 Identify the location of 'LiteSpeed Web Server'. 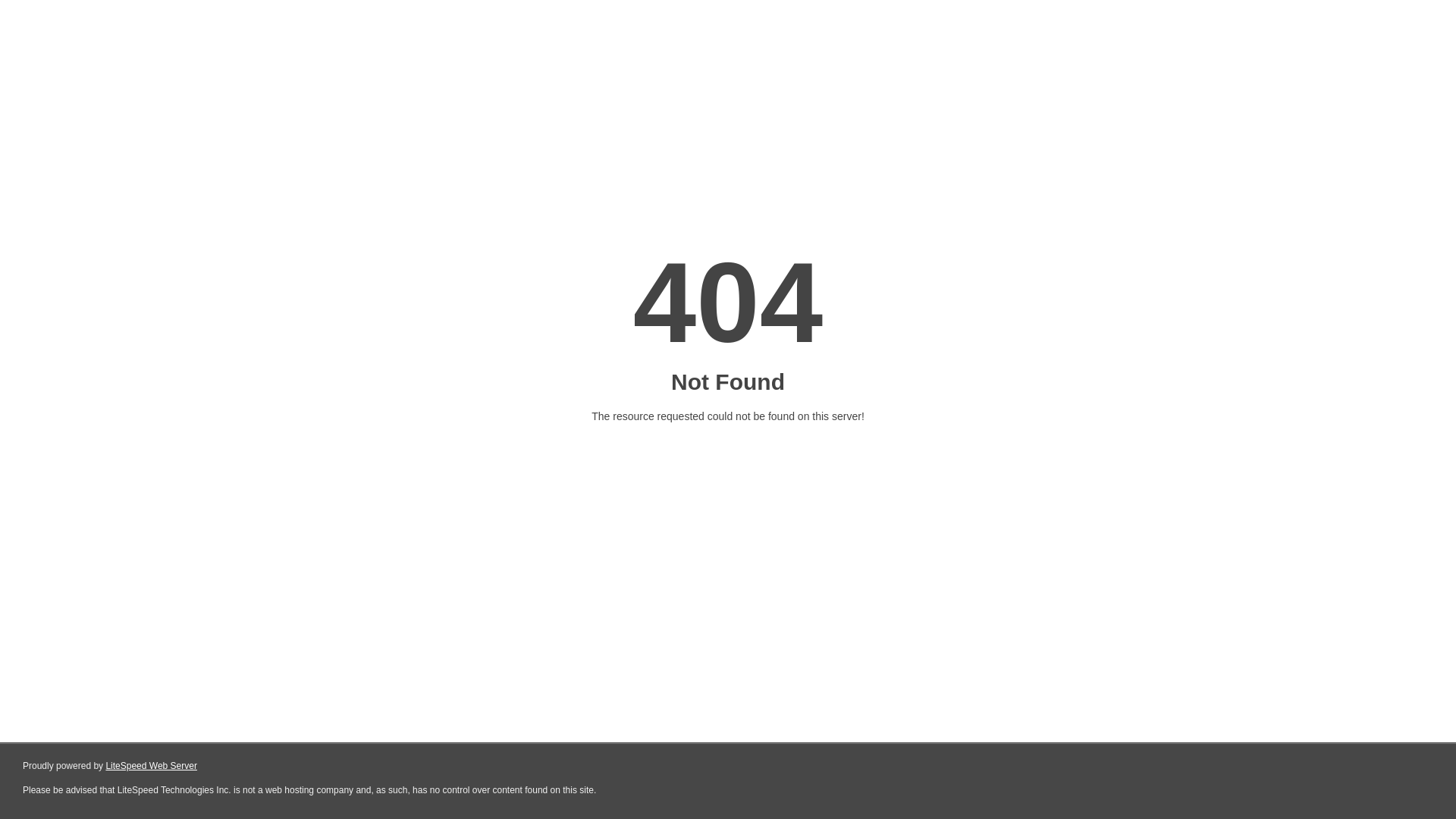
(151, 766).